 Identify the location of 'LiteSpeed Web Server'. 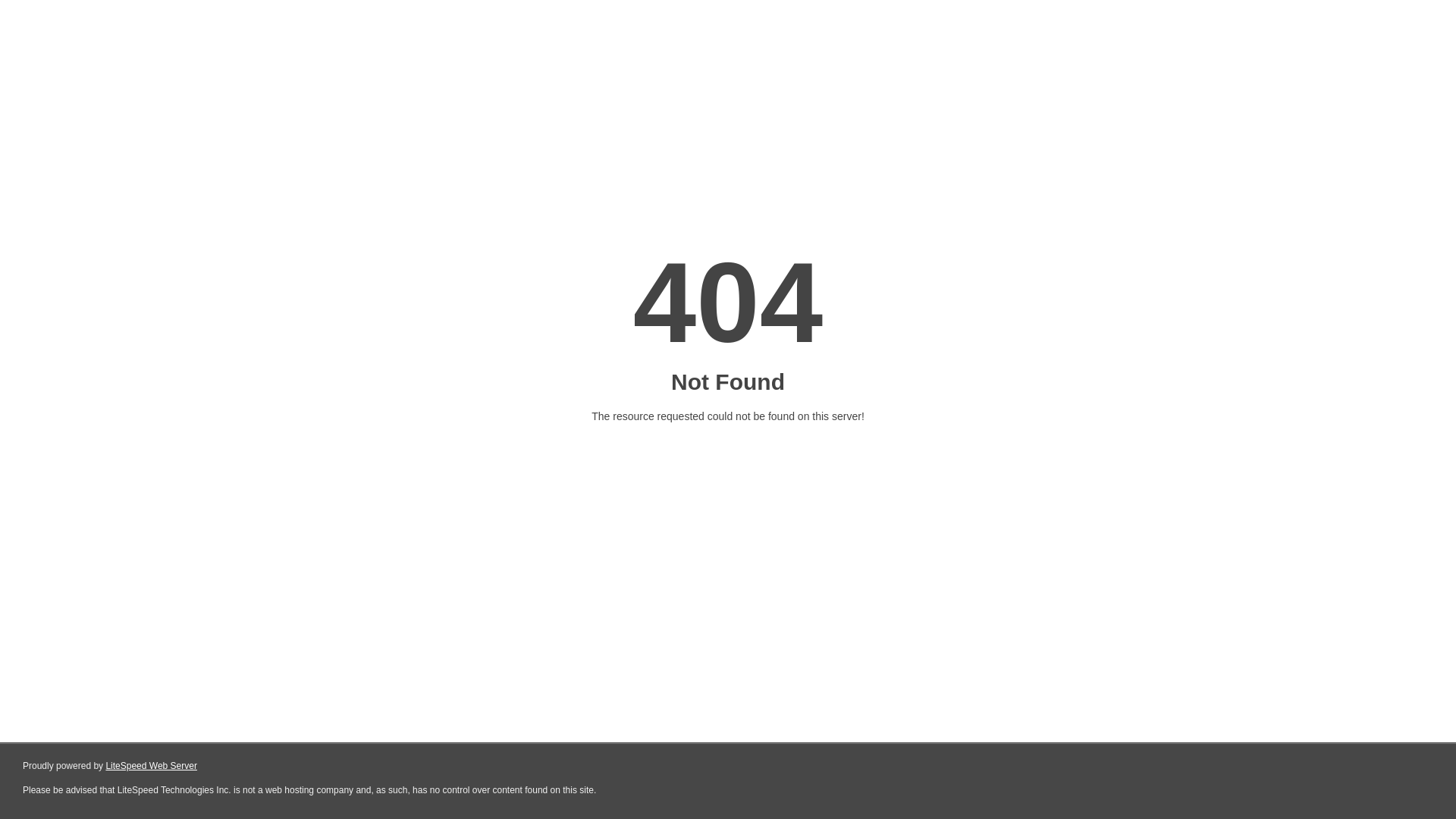
(151, 766).